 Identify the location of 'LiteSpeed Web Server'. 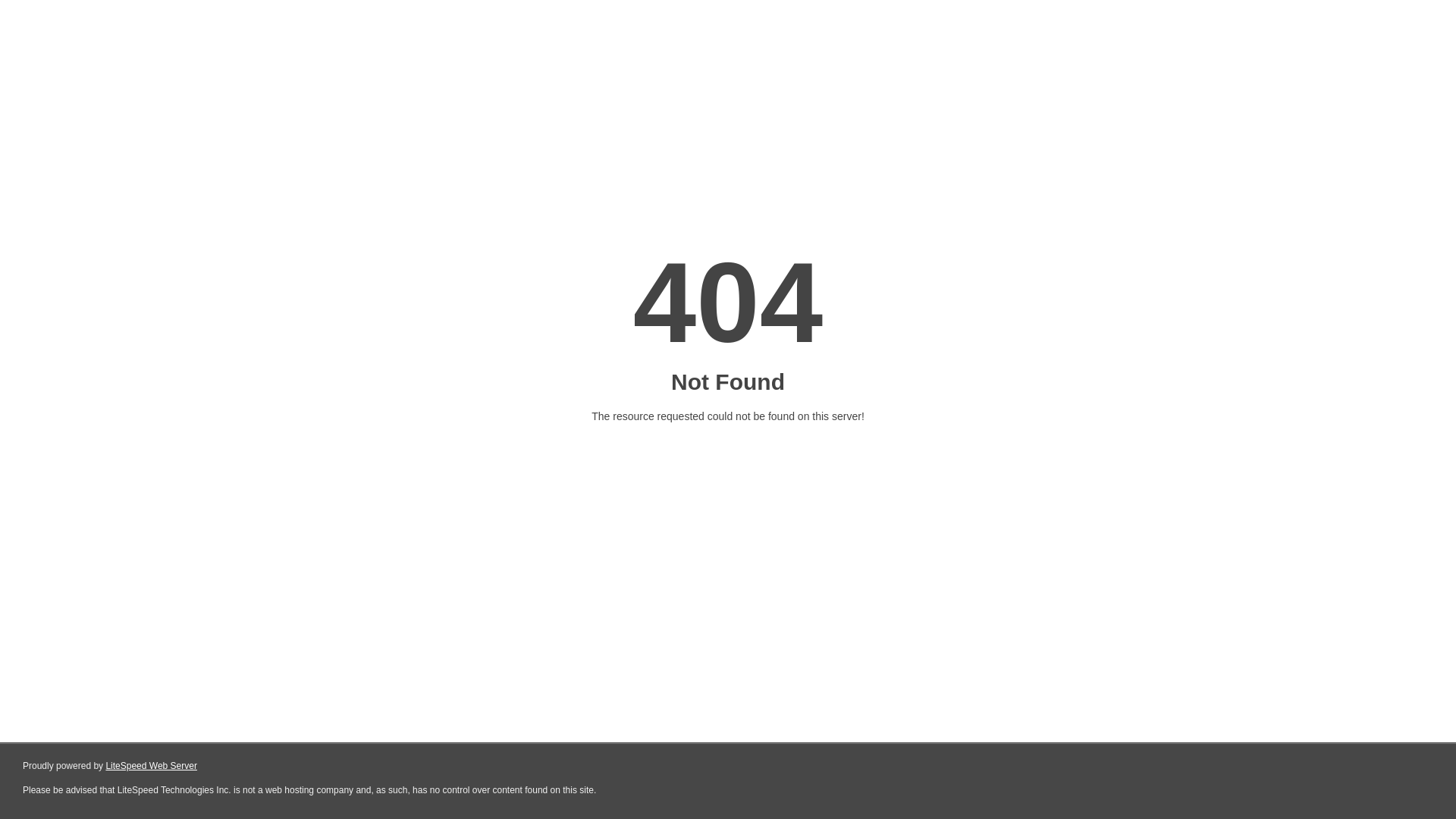
(151, 766).